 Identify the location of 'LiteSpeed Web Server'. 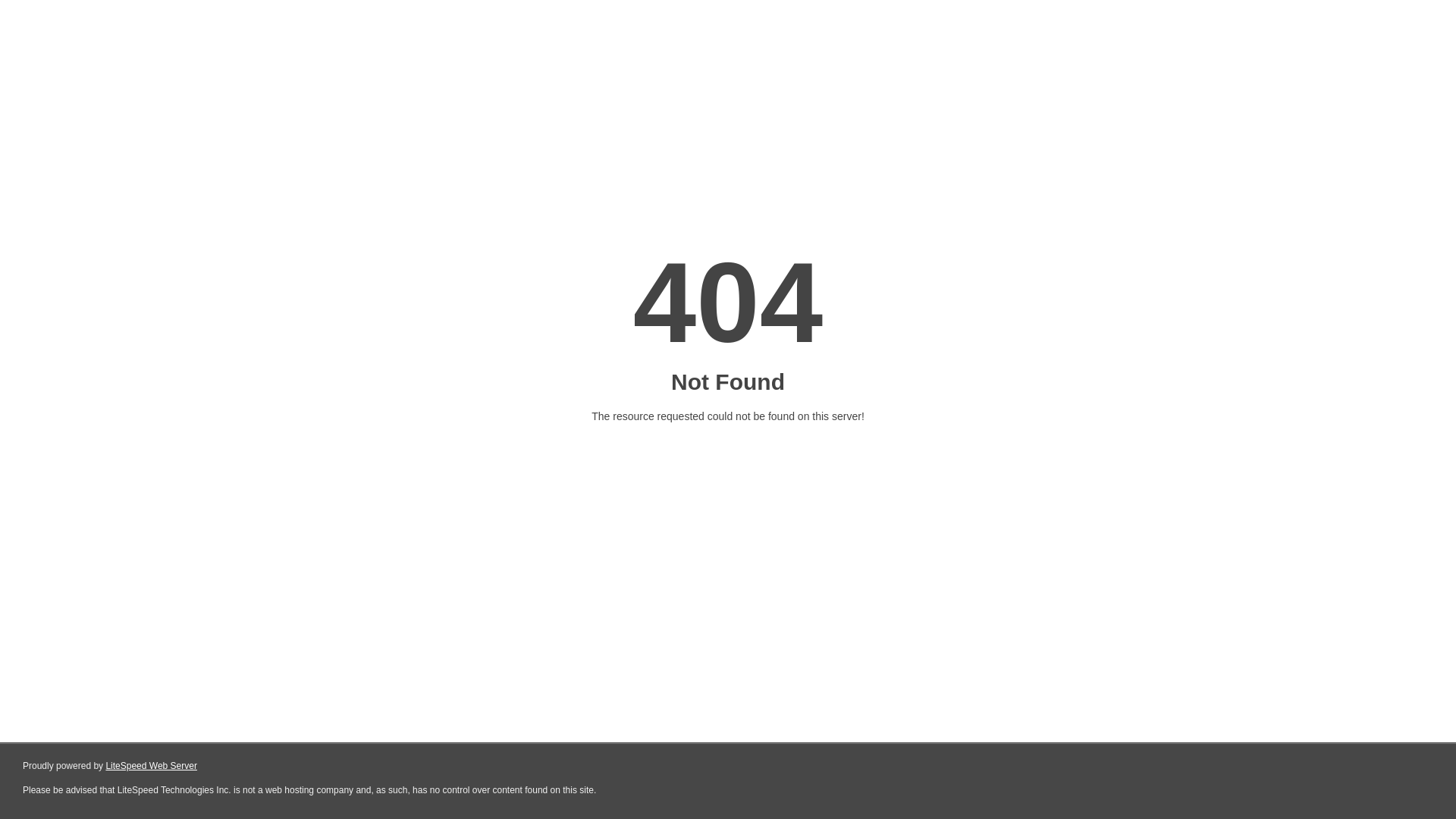
(151, 766).